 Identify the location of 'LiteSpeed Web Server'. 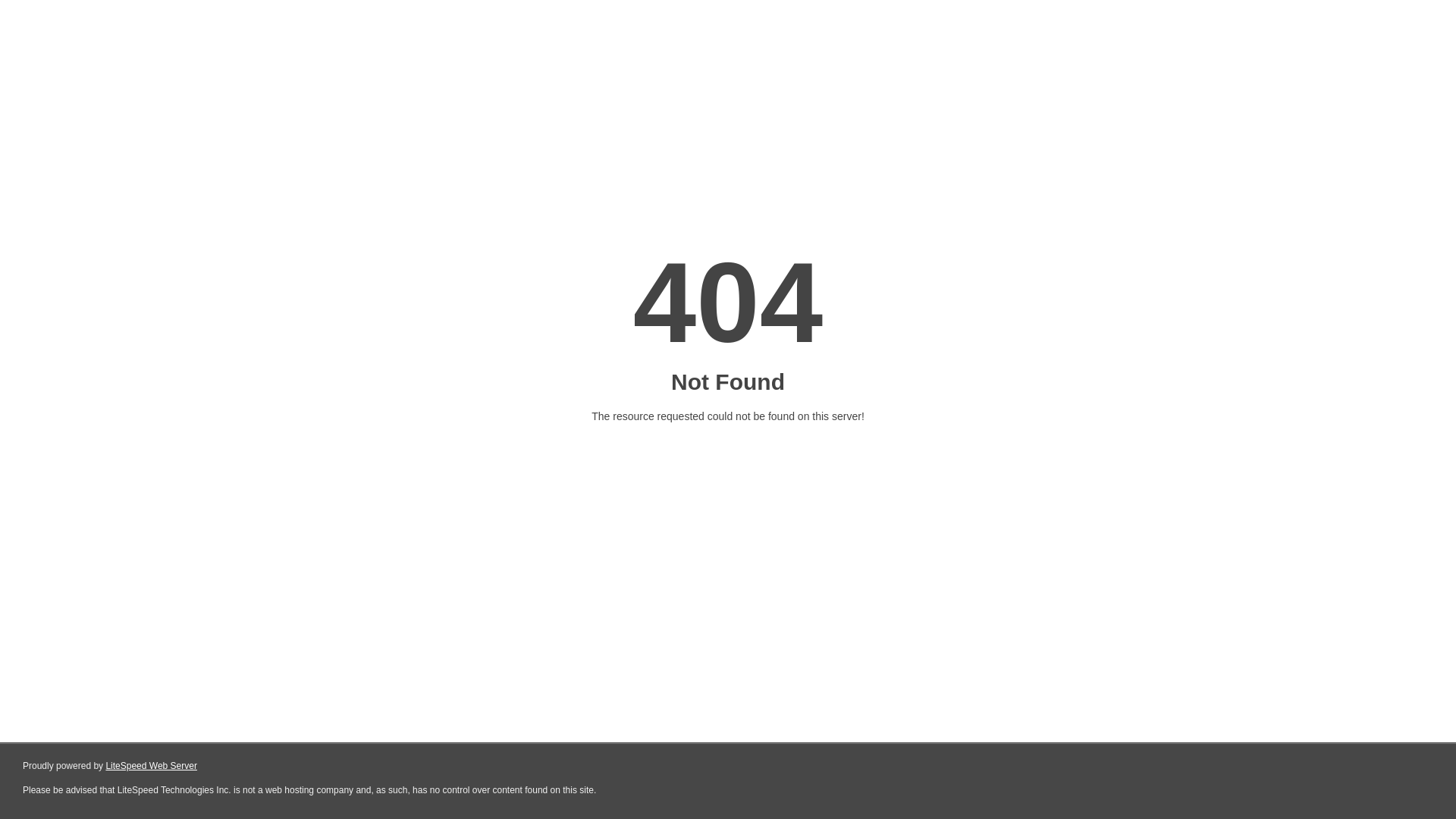
(151, 766).